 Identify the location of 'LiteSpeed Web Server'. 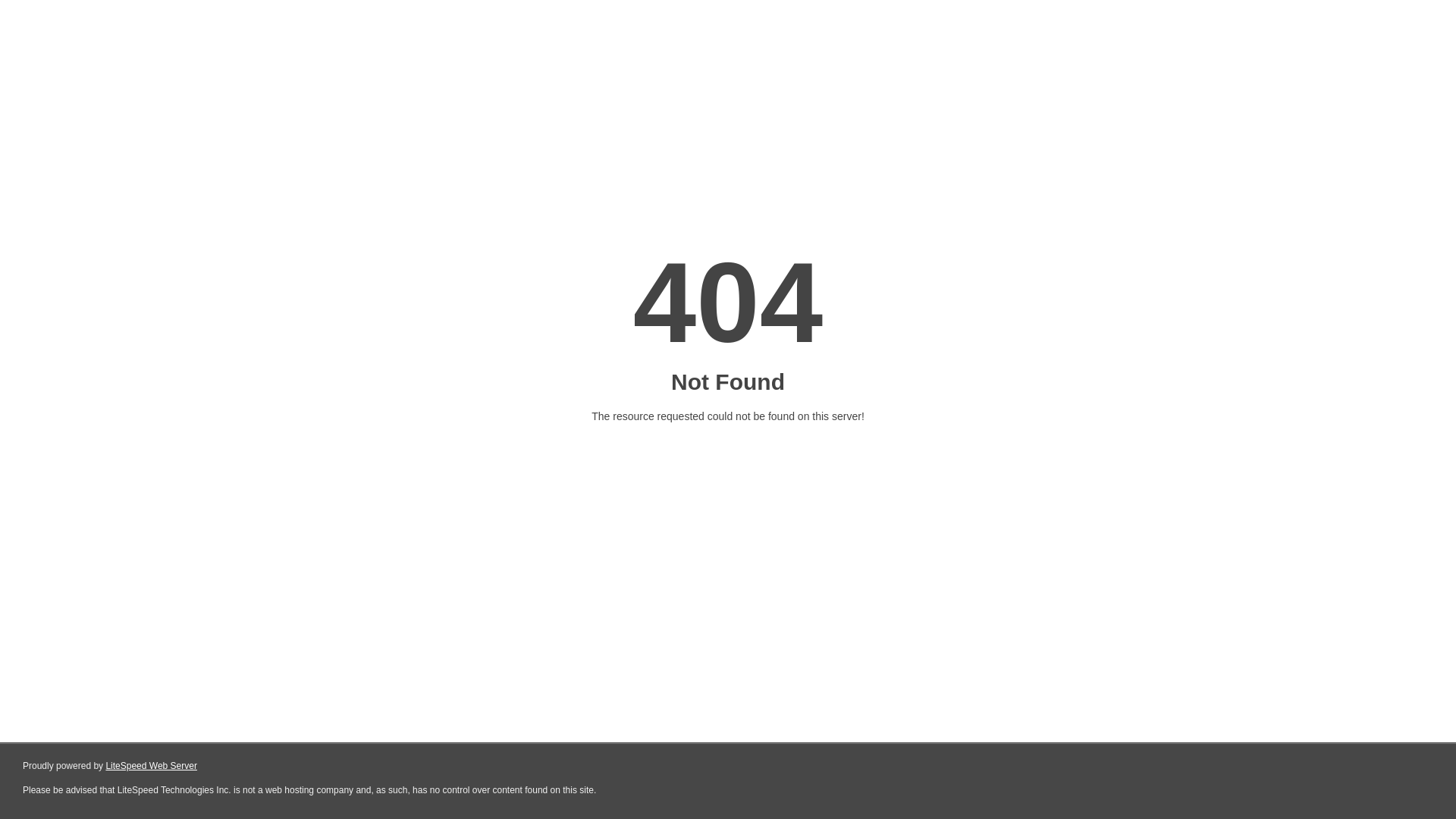
(151, 766).